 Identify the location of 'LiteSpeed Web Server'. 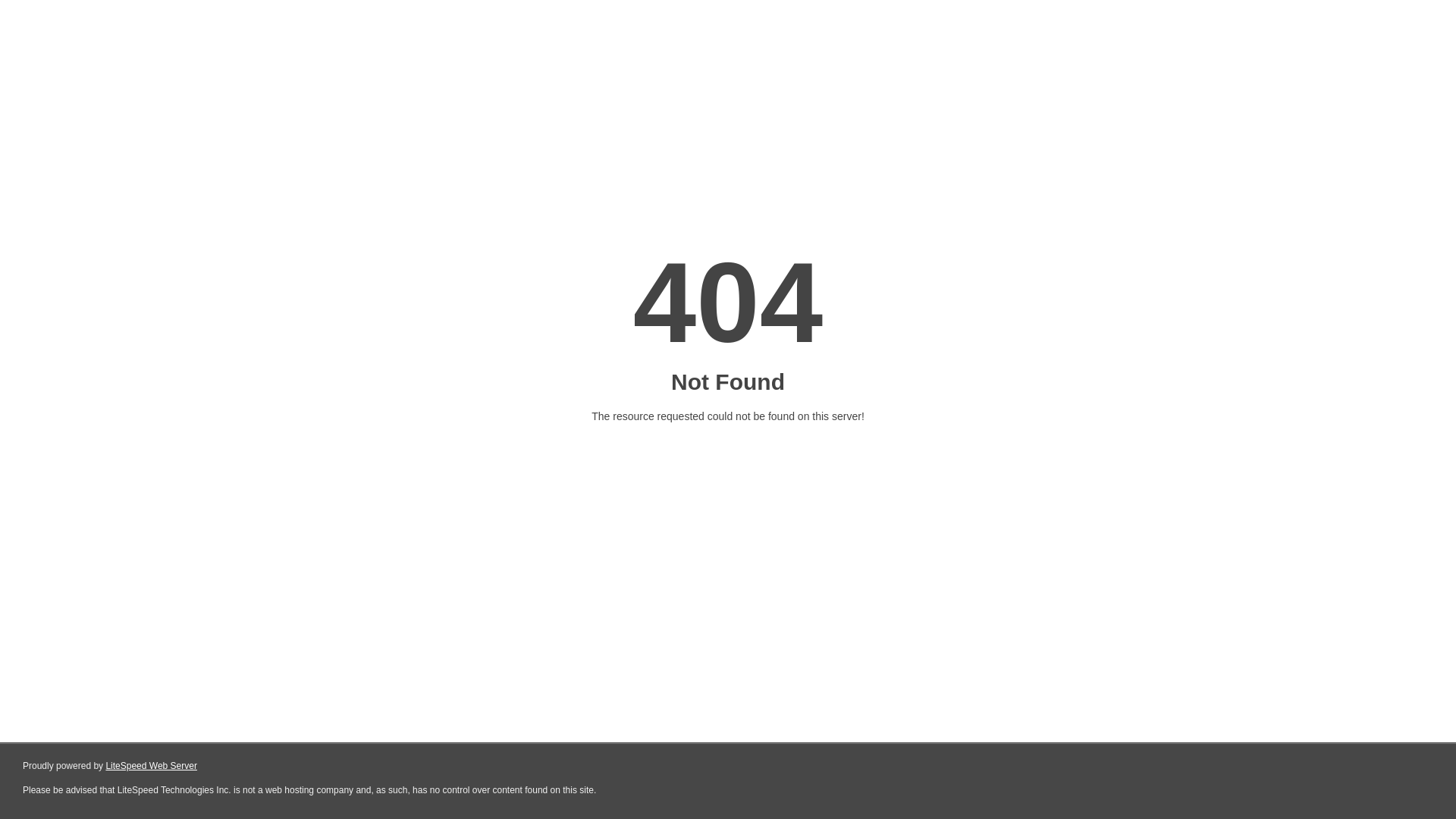
(151, 766).